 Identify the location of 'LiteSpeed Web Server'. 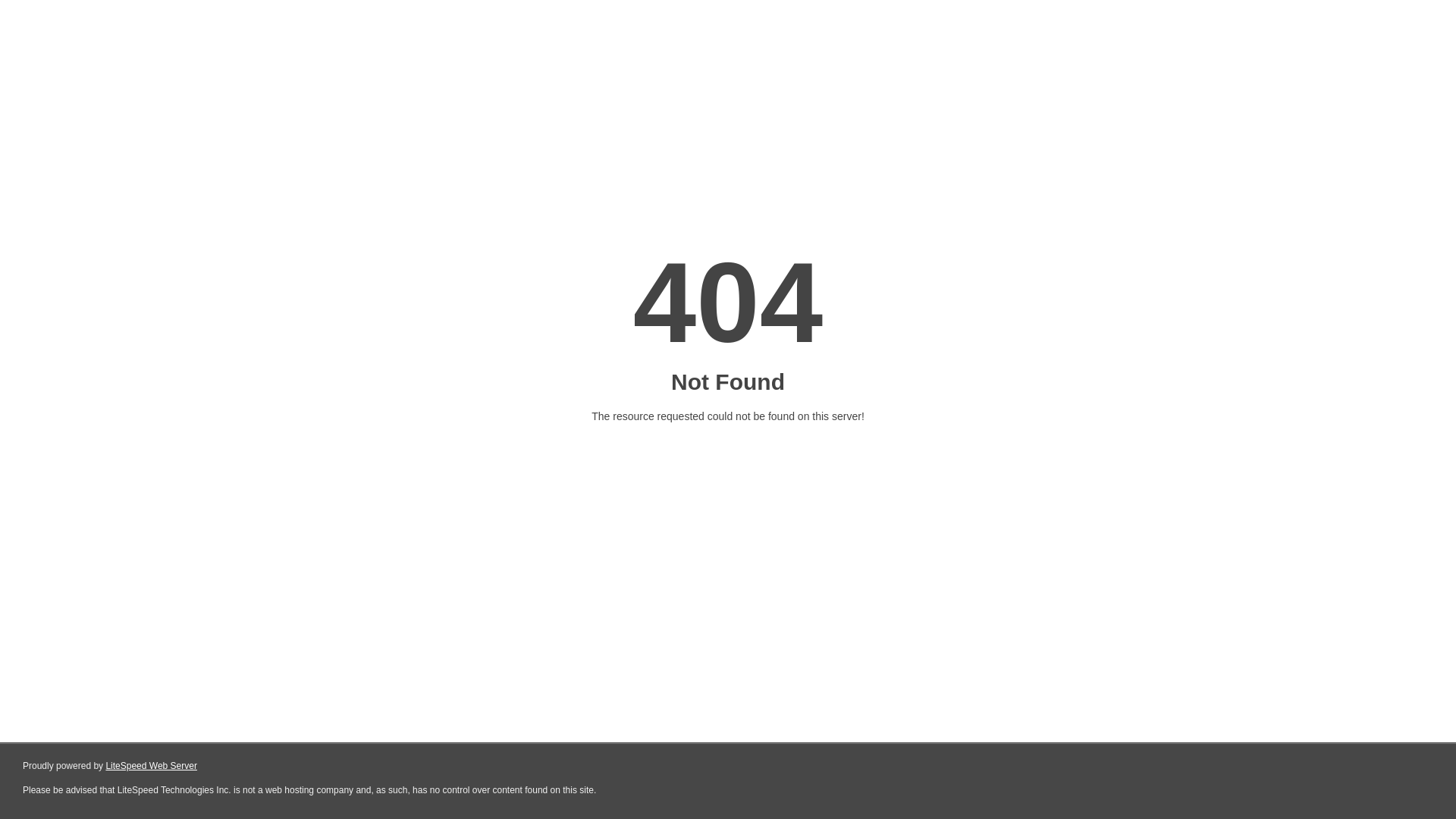
(151, 766).